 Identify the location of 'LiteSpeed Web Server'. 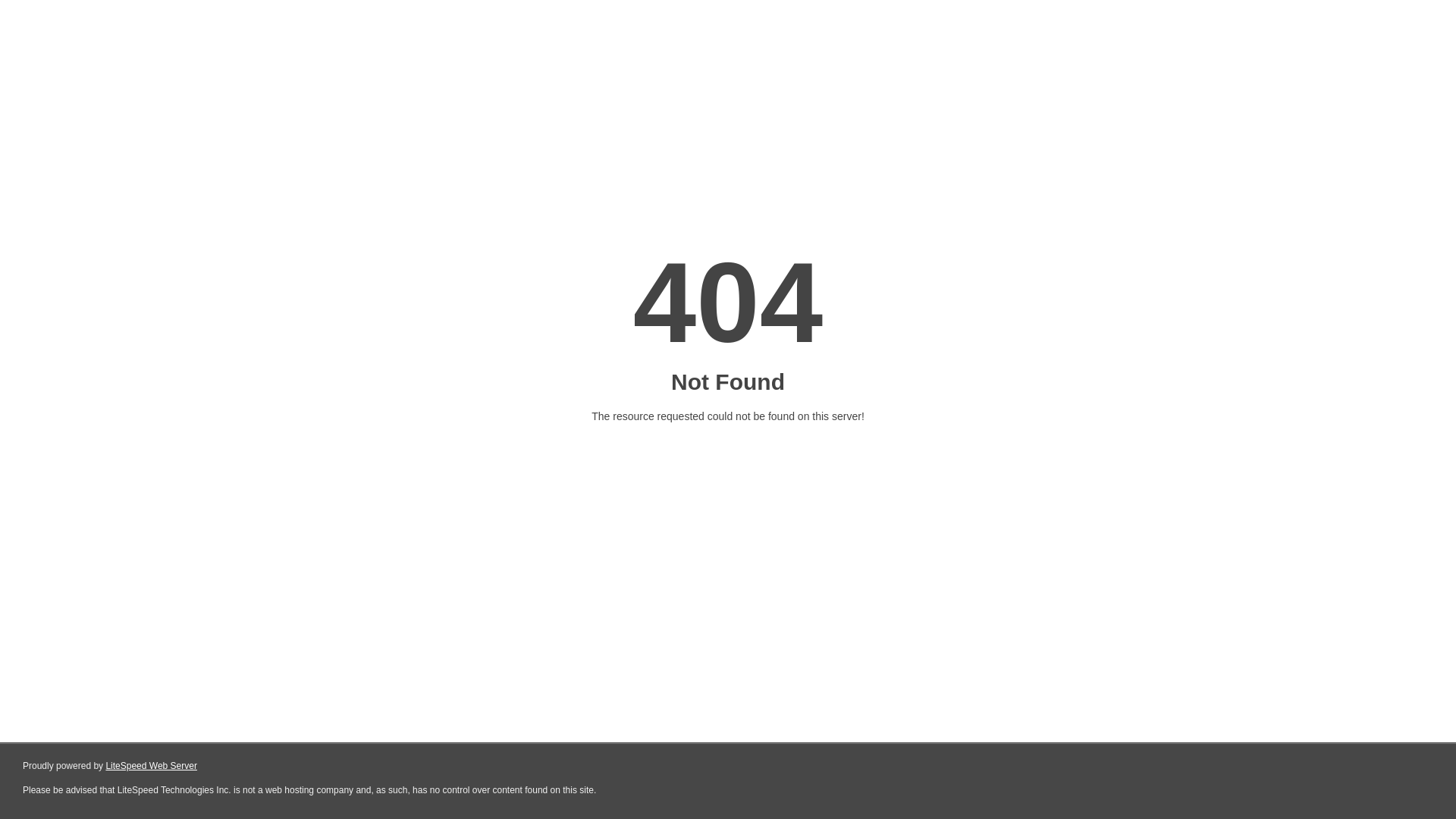
(151, 766).